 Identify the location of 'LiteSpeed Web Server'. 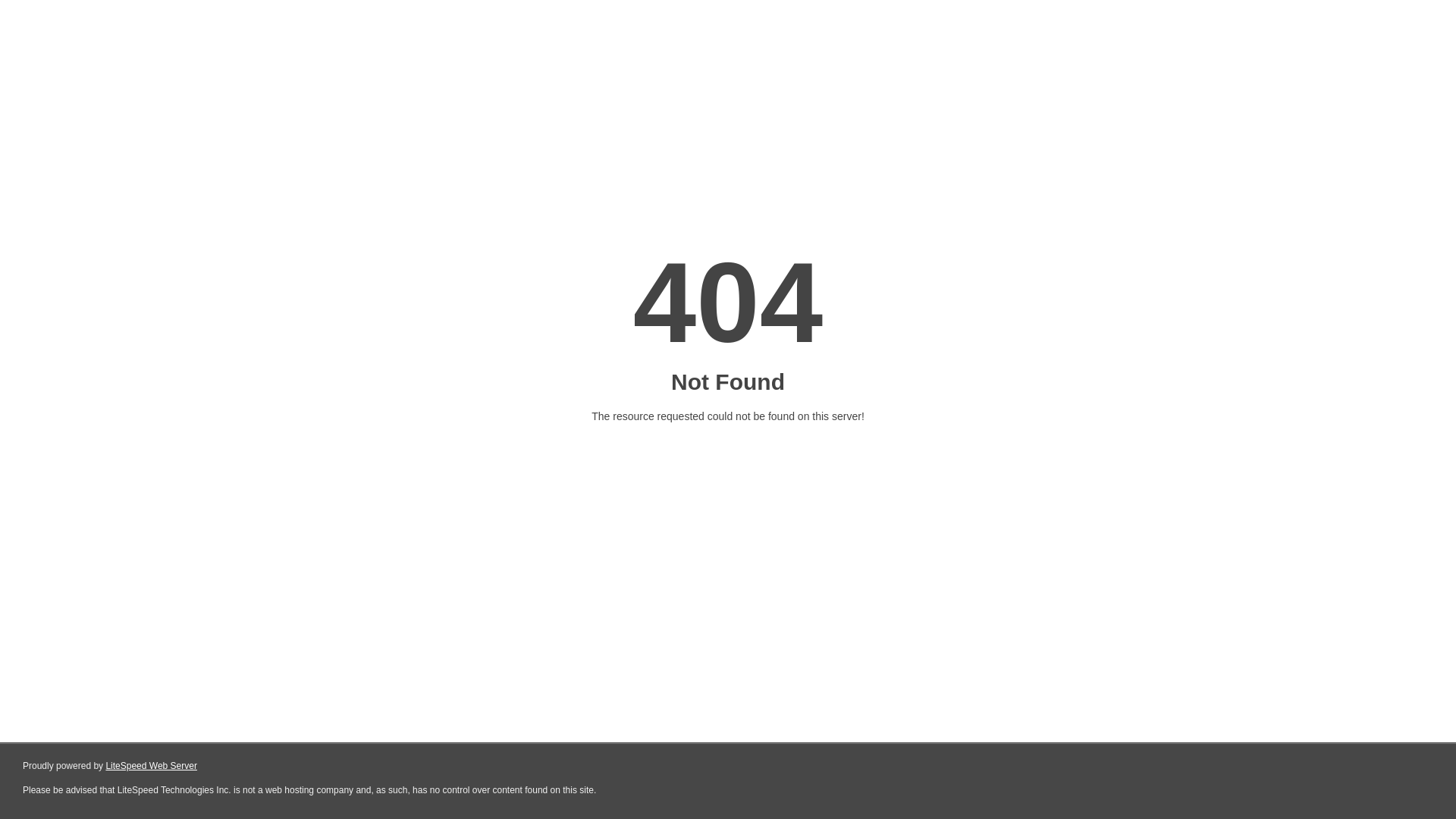
(151, 766).